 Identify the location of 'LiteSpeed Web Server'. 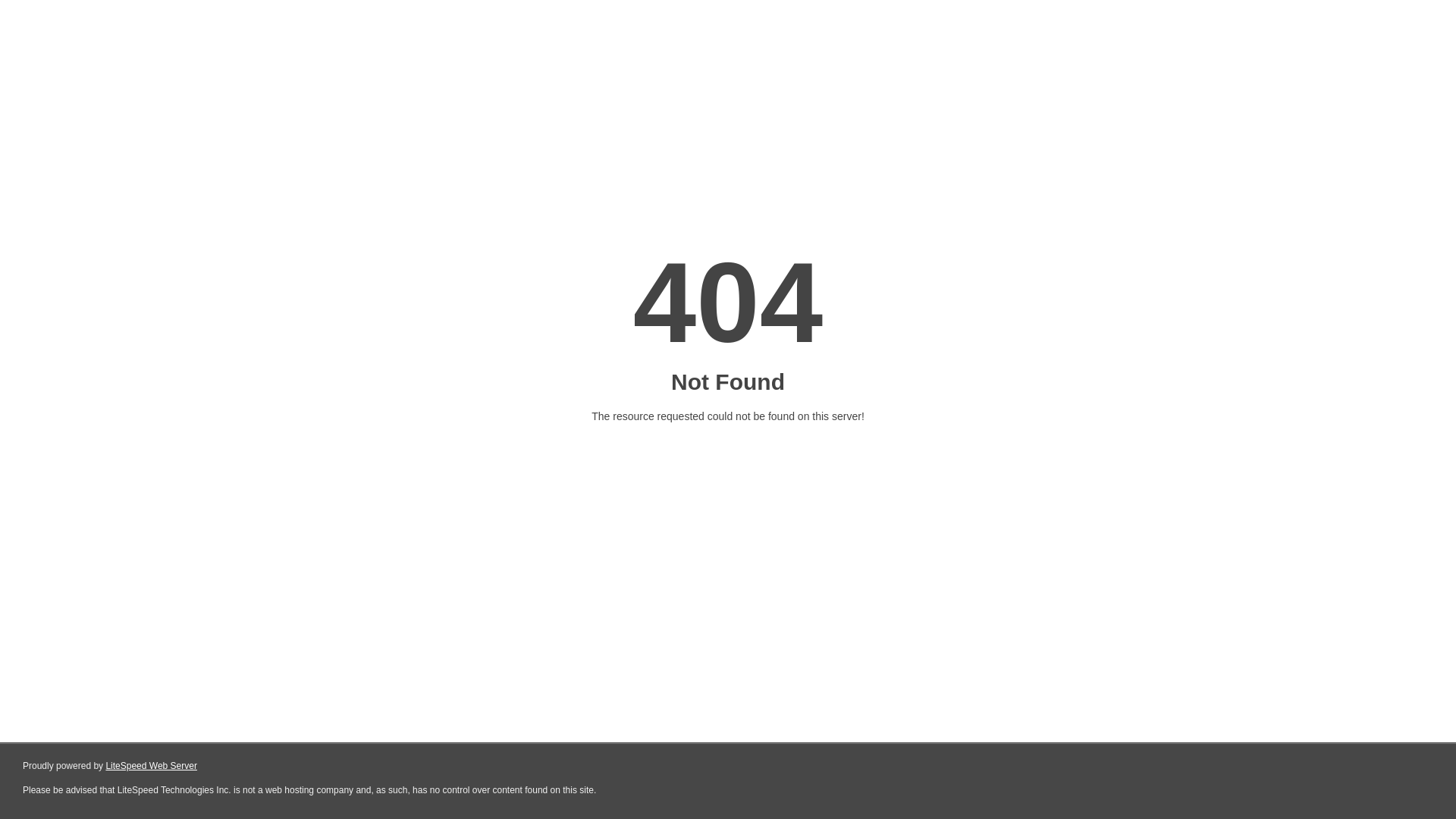
(151, 766).